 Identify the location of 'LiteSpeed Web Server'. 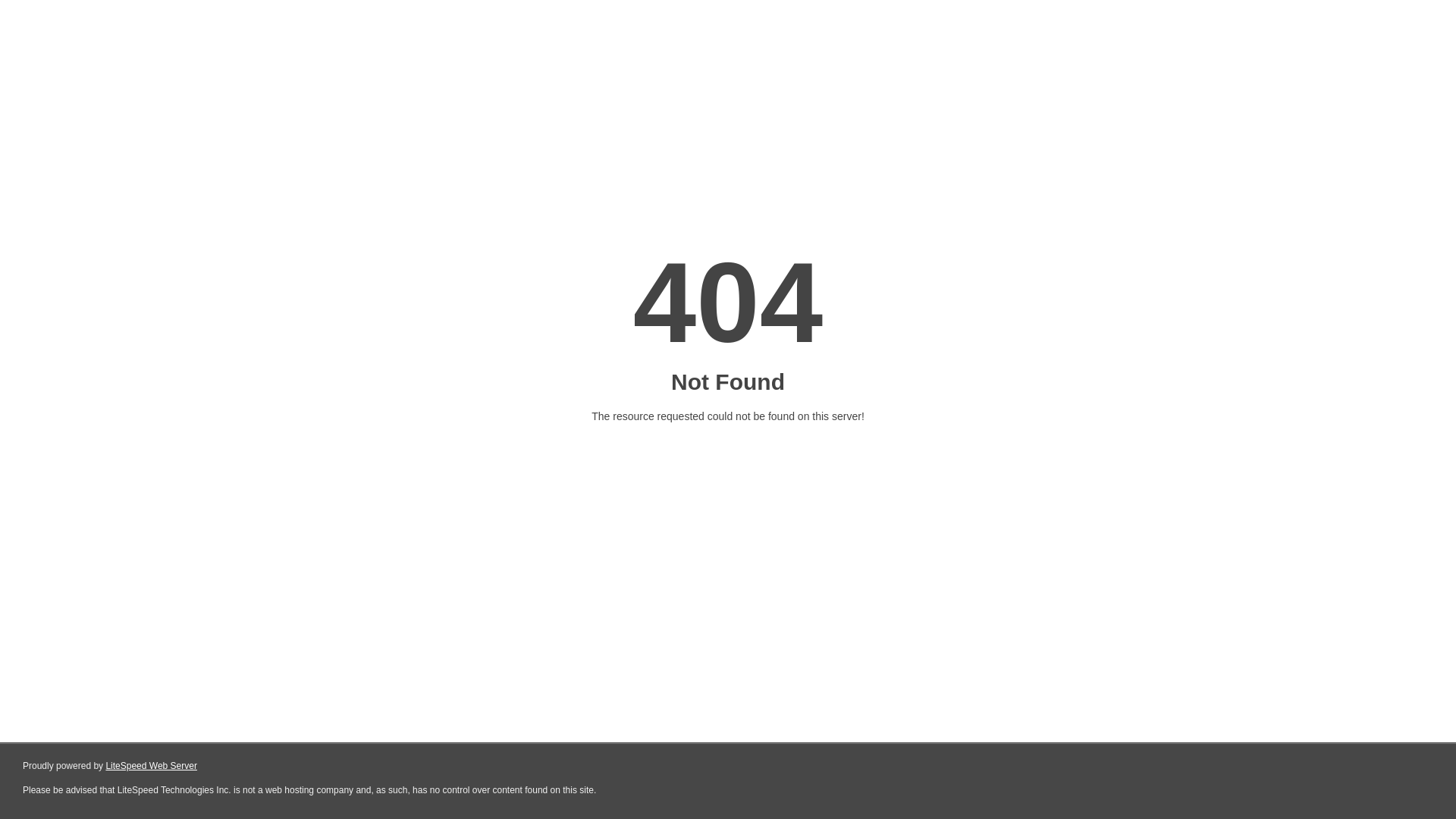
(151, 766).